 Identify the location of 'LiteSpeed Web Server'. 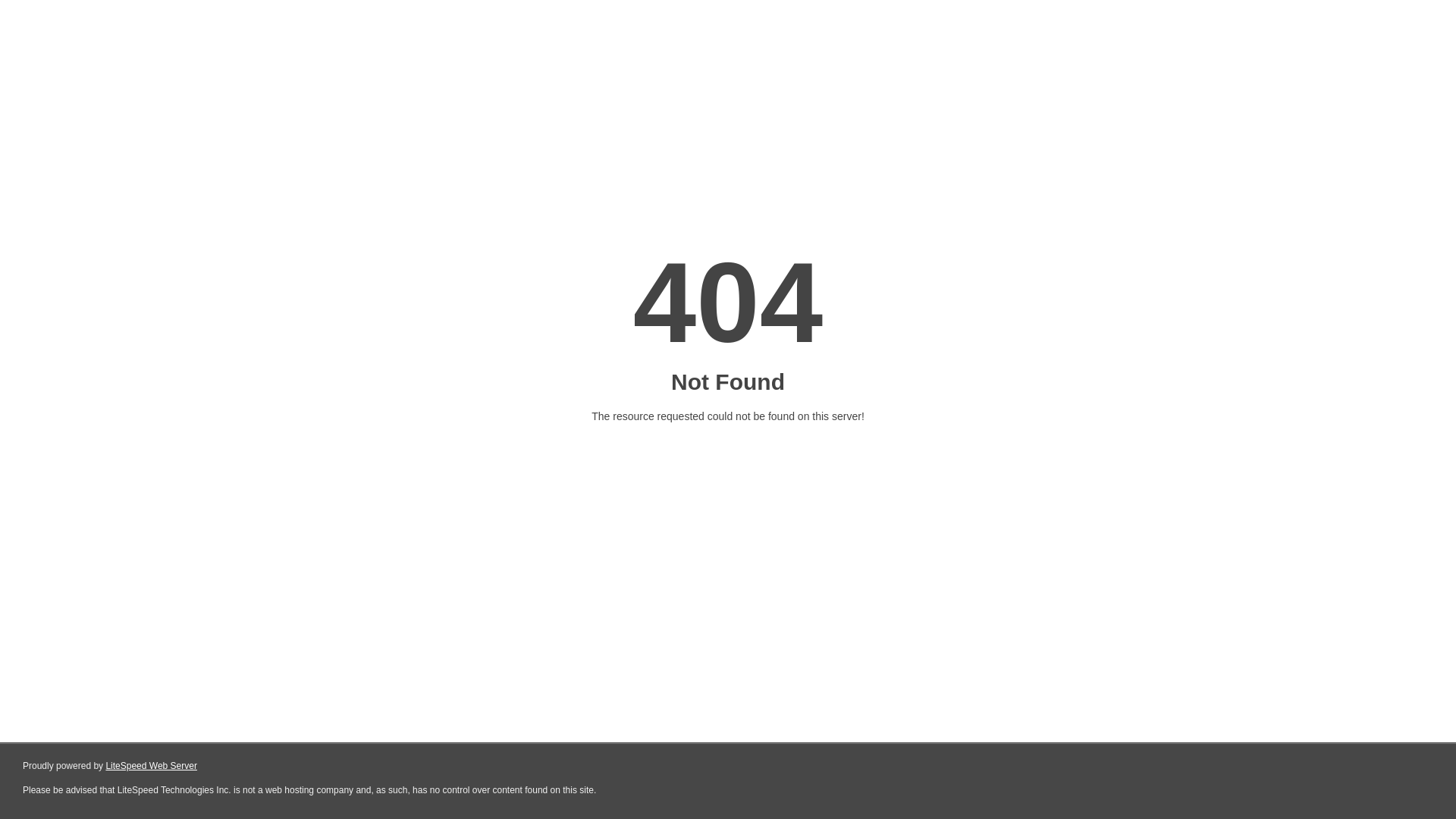
(151, 766).